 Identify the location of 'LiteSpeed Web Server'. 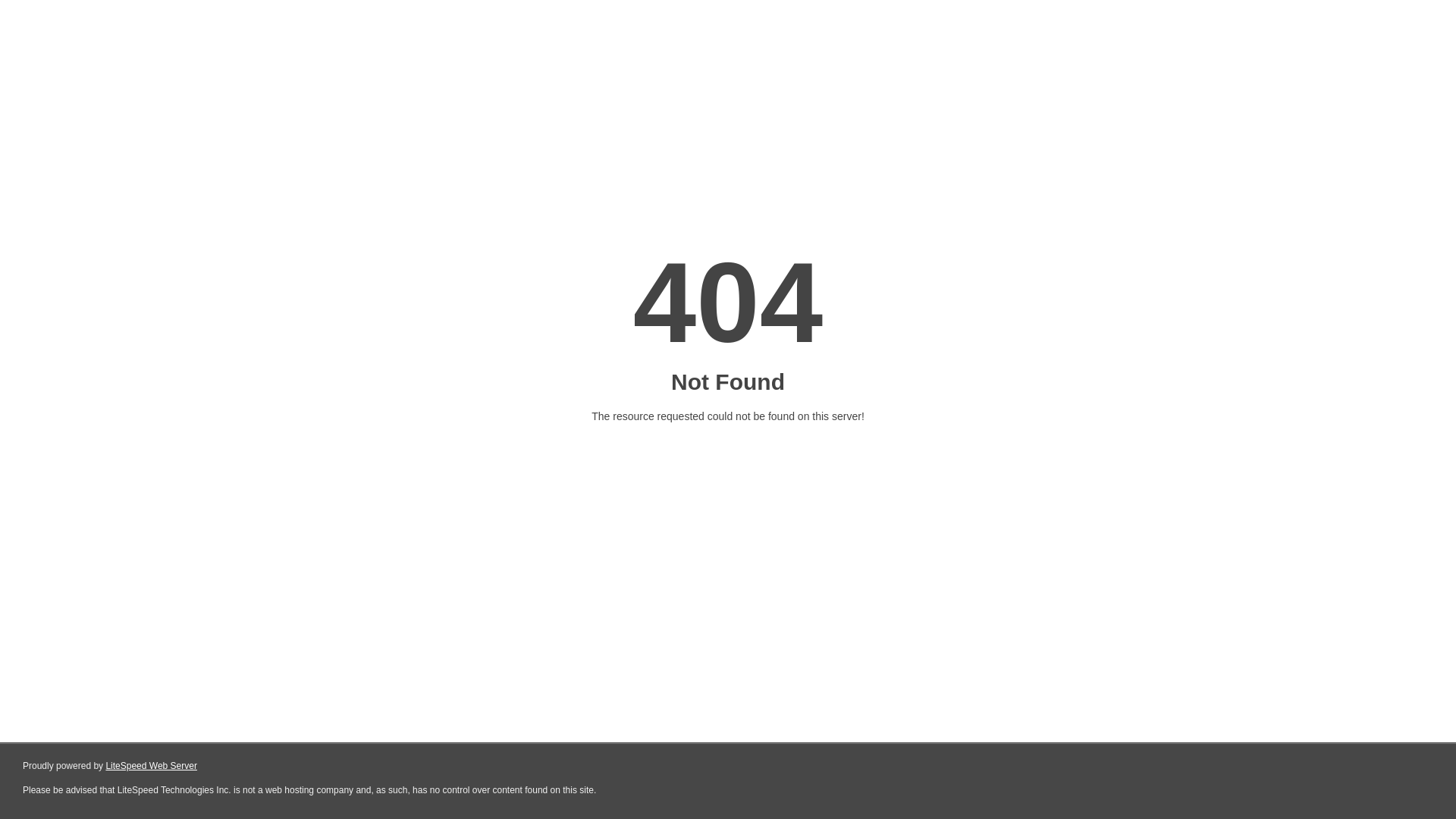
(151, 766).